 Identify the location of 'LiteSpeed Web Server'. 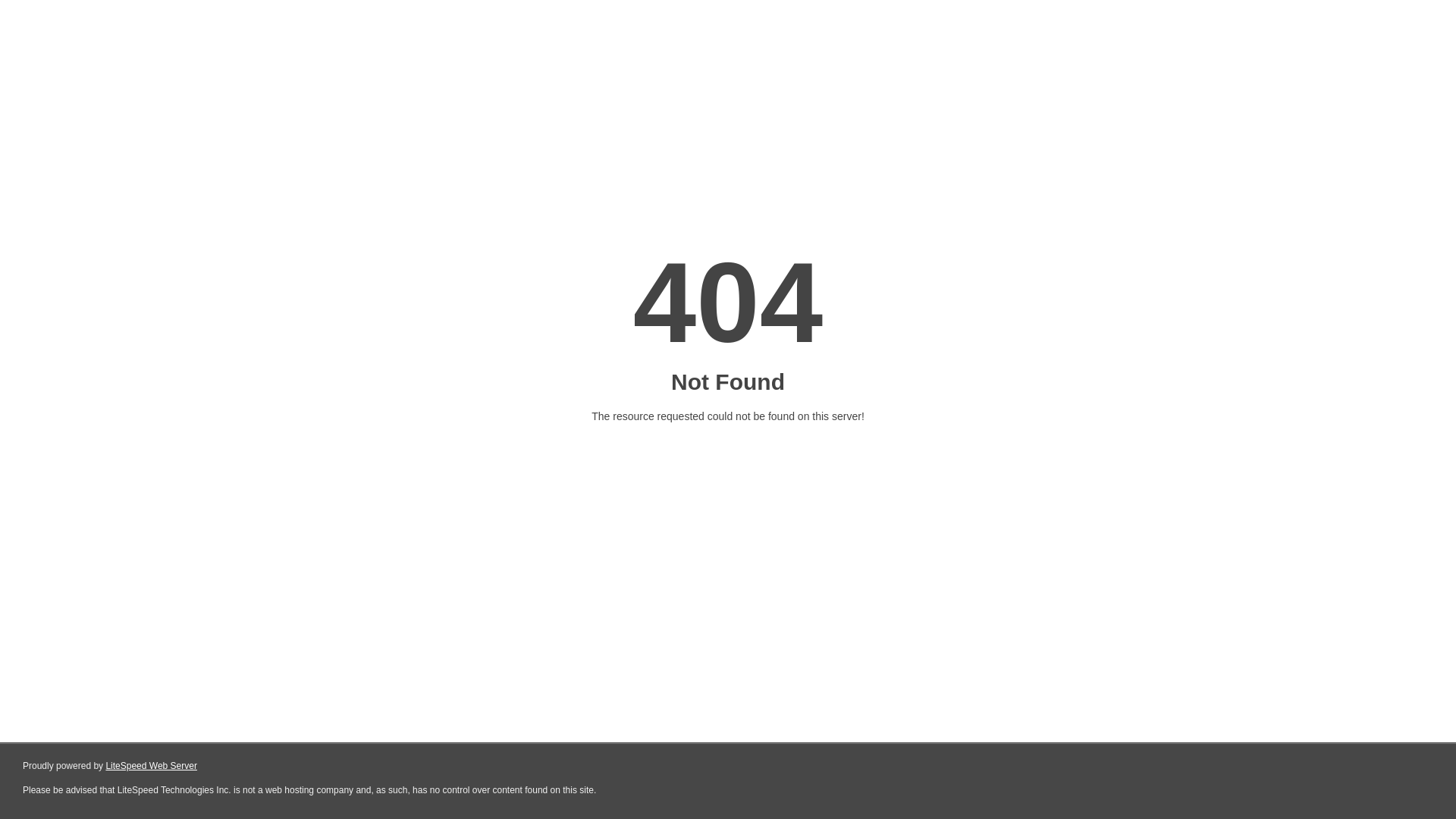
(151, 766).